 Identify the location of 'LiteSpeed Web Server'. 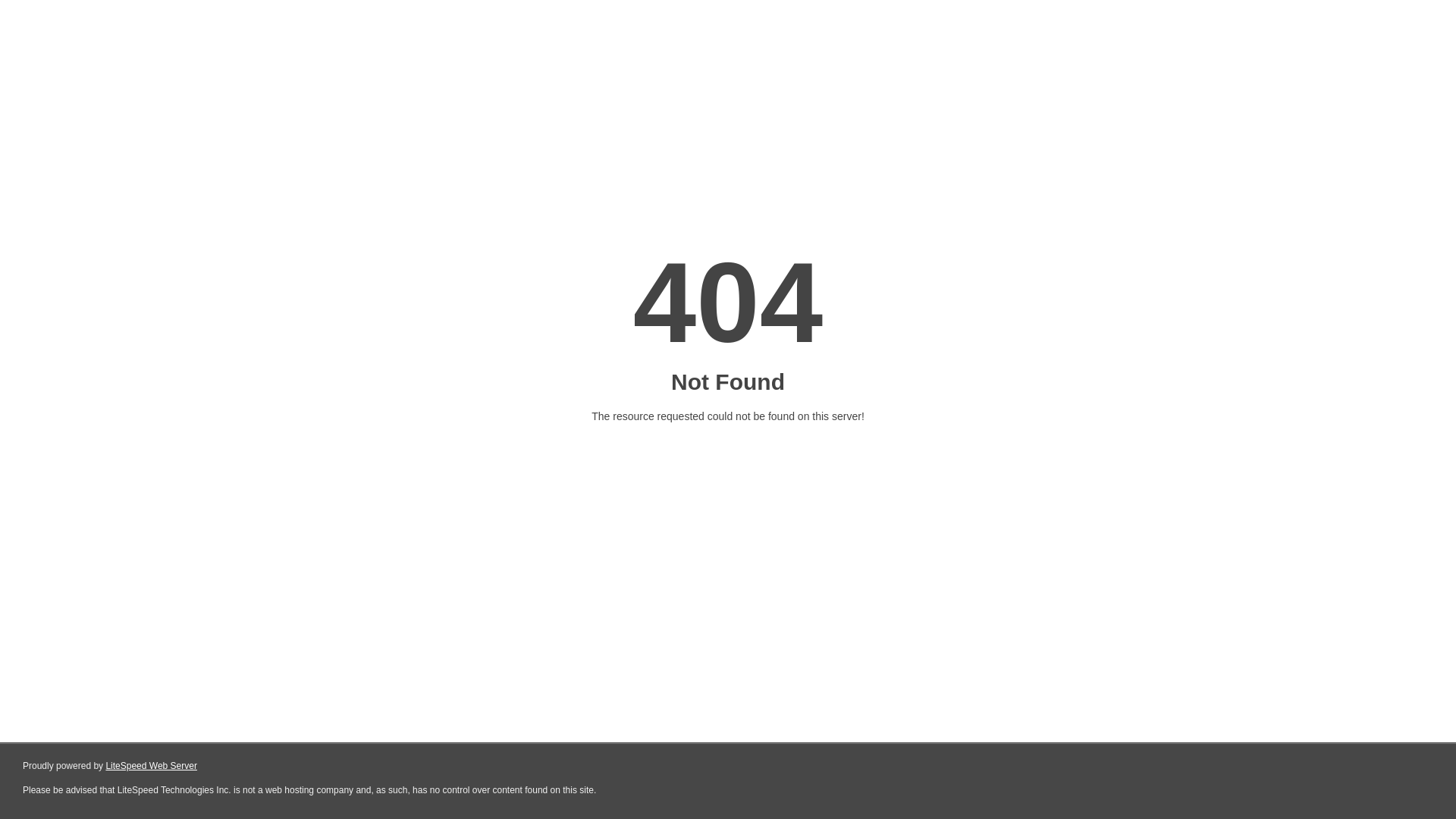
(151, 766).